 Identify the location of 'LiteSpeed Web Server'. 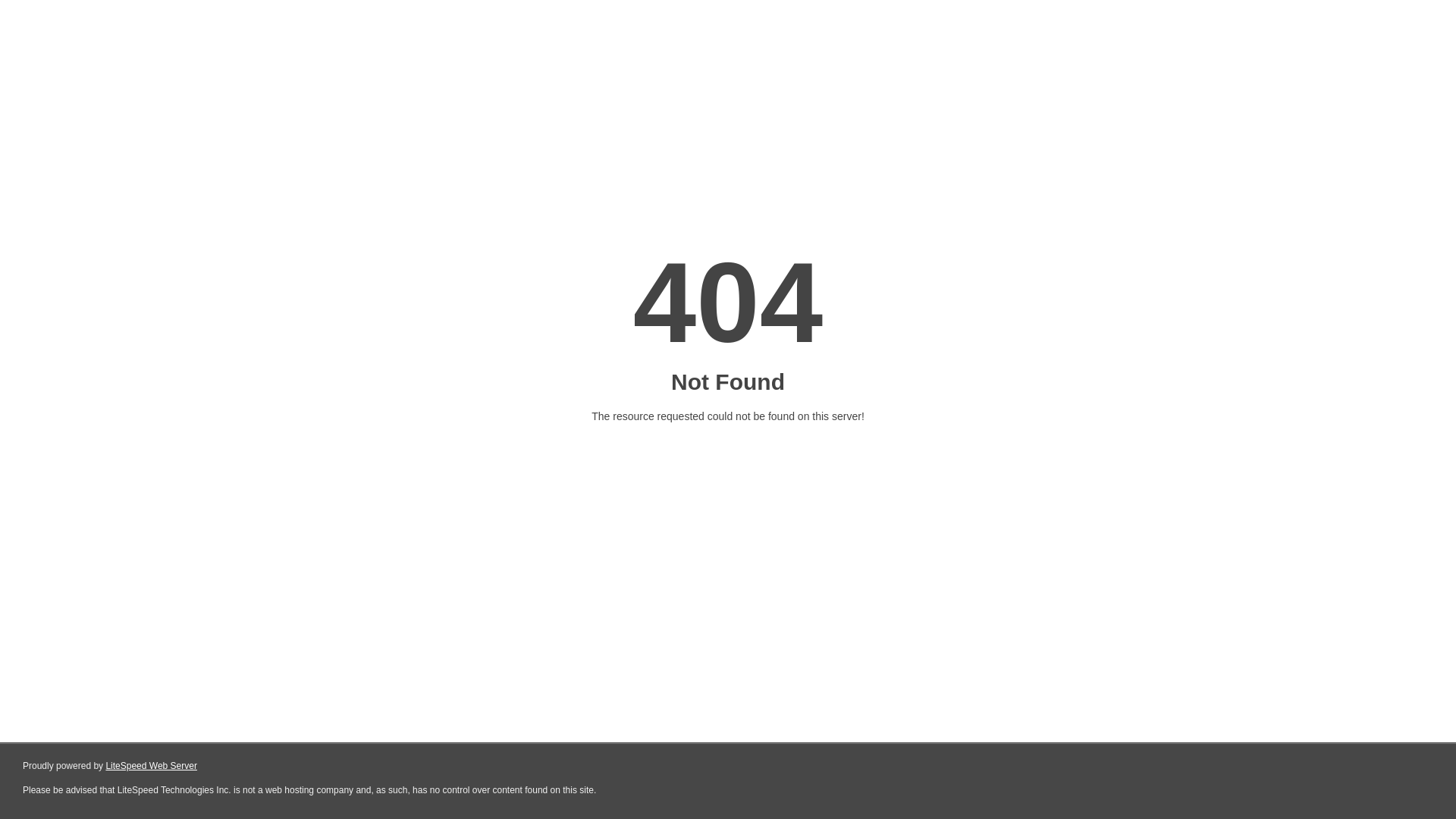
(151, 766).